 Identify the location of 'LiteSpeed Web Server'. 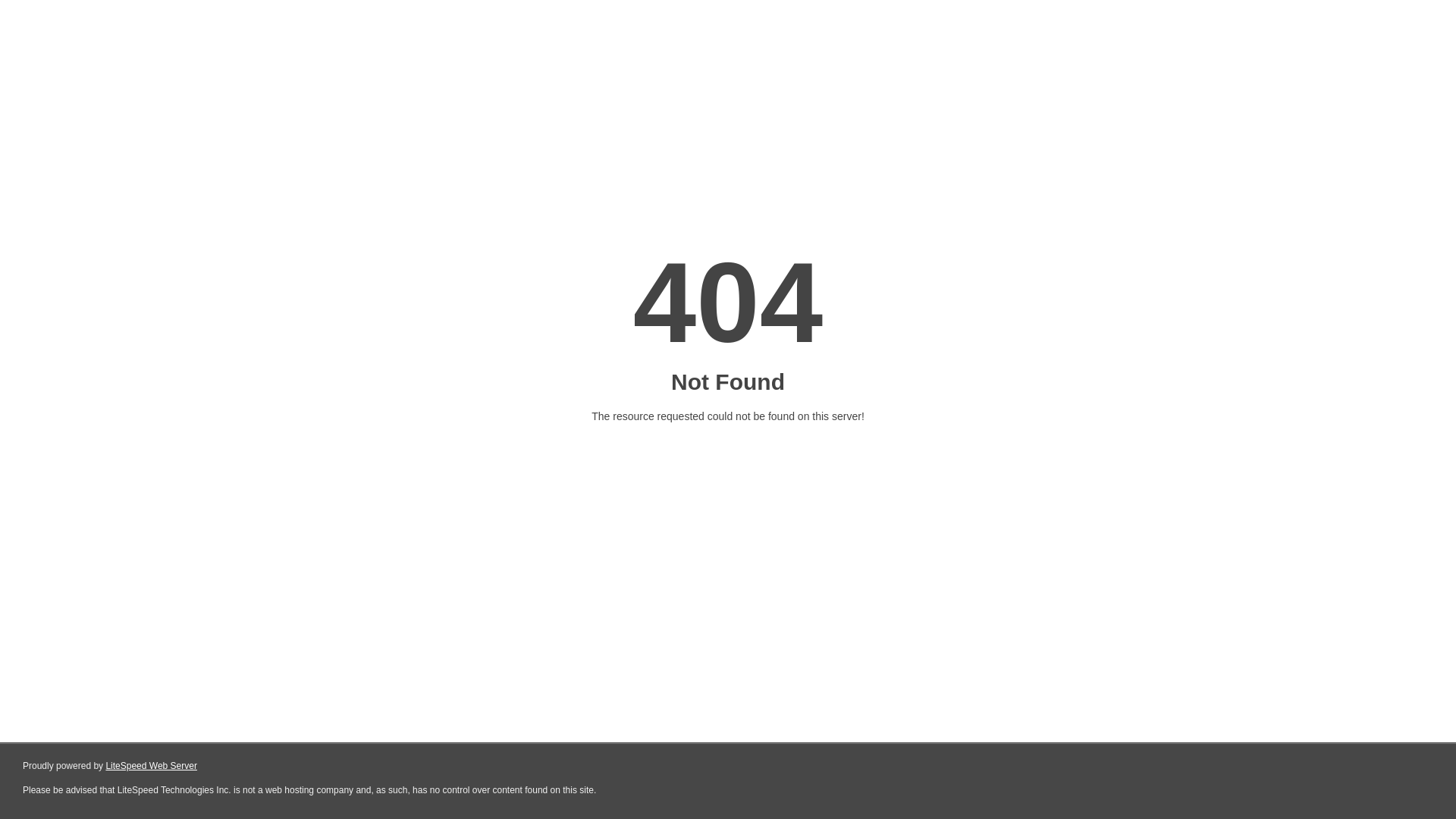
(151, 766).